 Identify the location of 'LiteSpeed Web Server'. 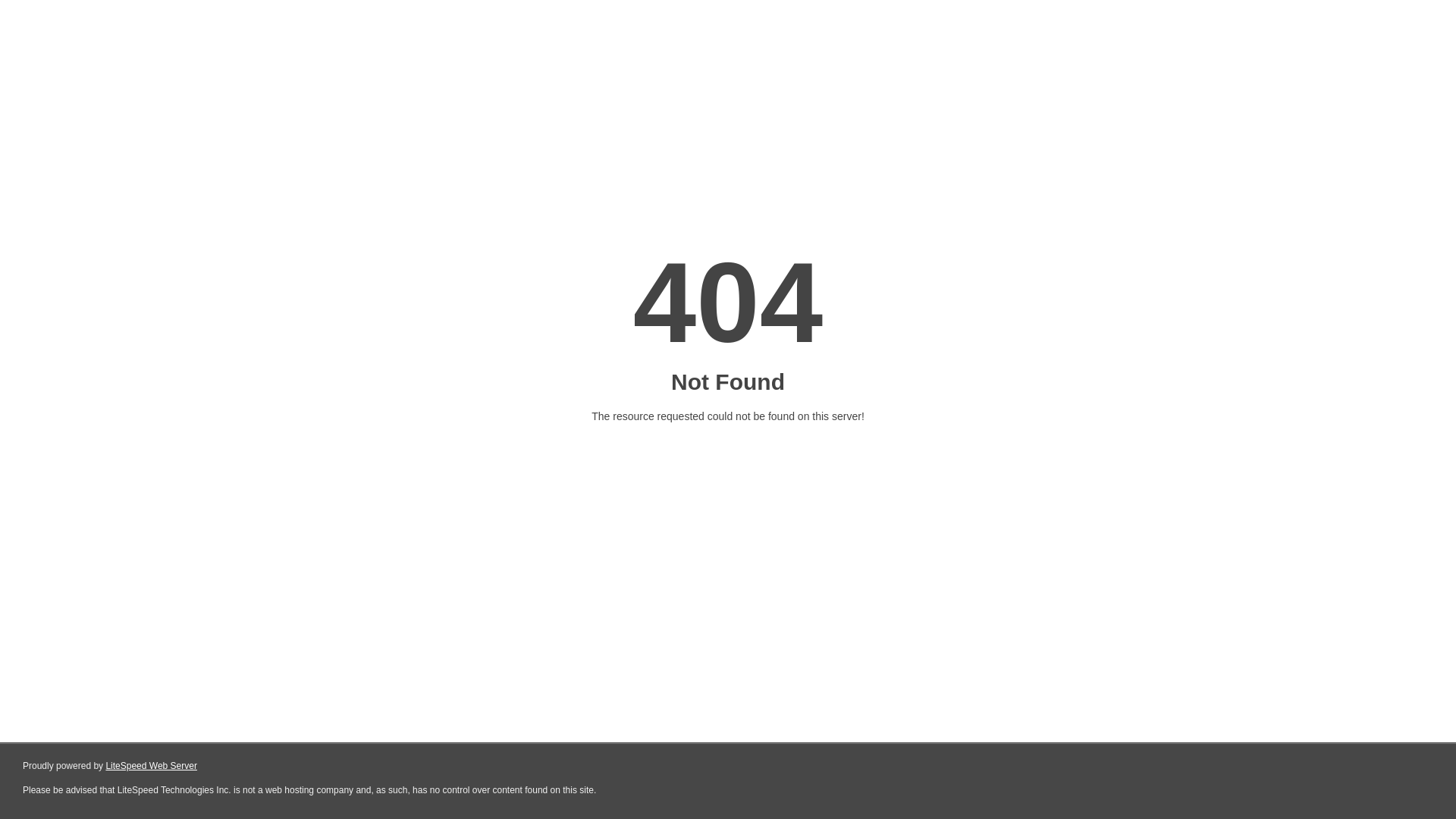
(151, 766).